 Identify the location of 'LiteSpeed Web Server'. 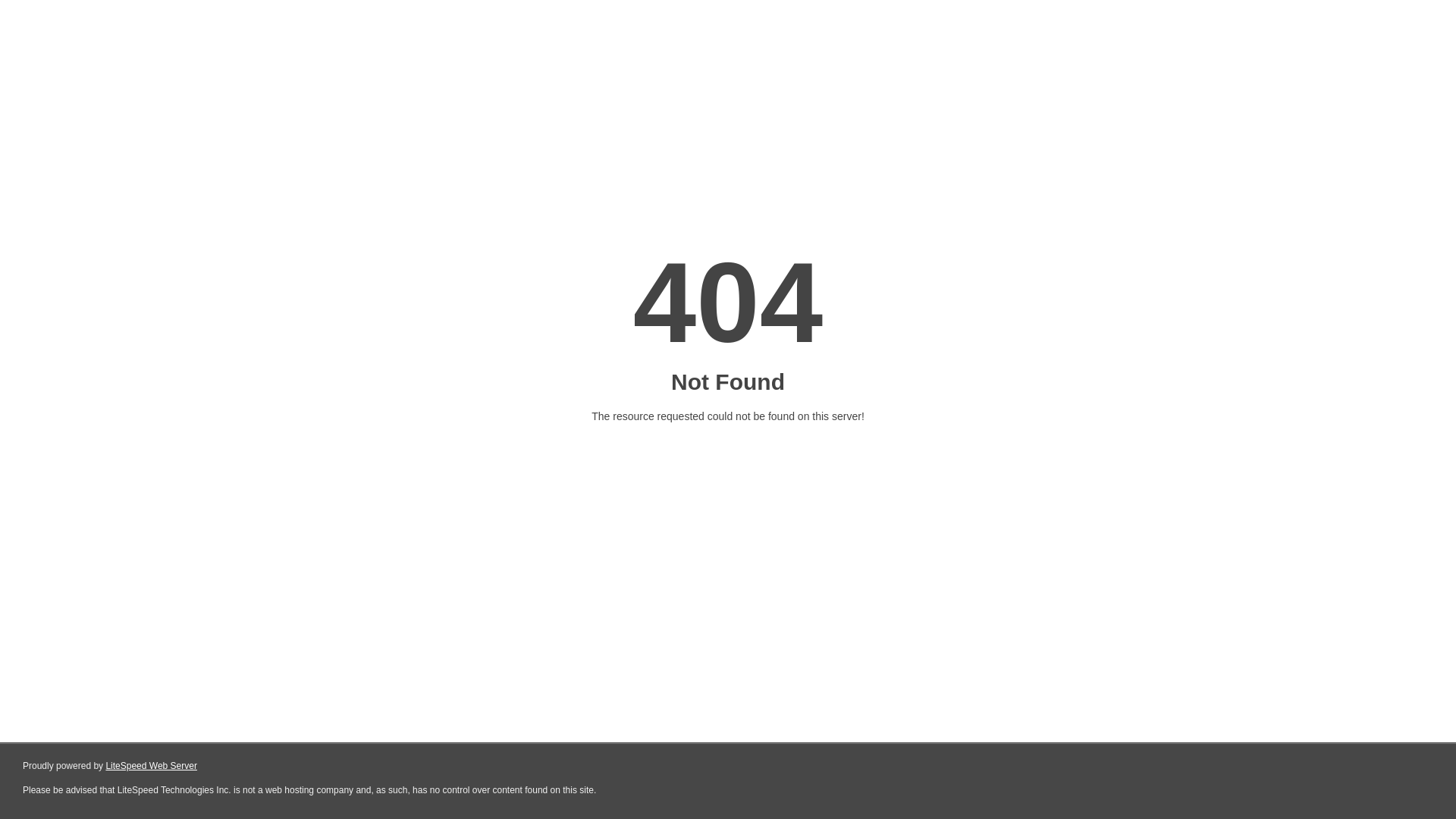
(151, 766).